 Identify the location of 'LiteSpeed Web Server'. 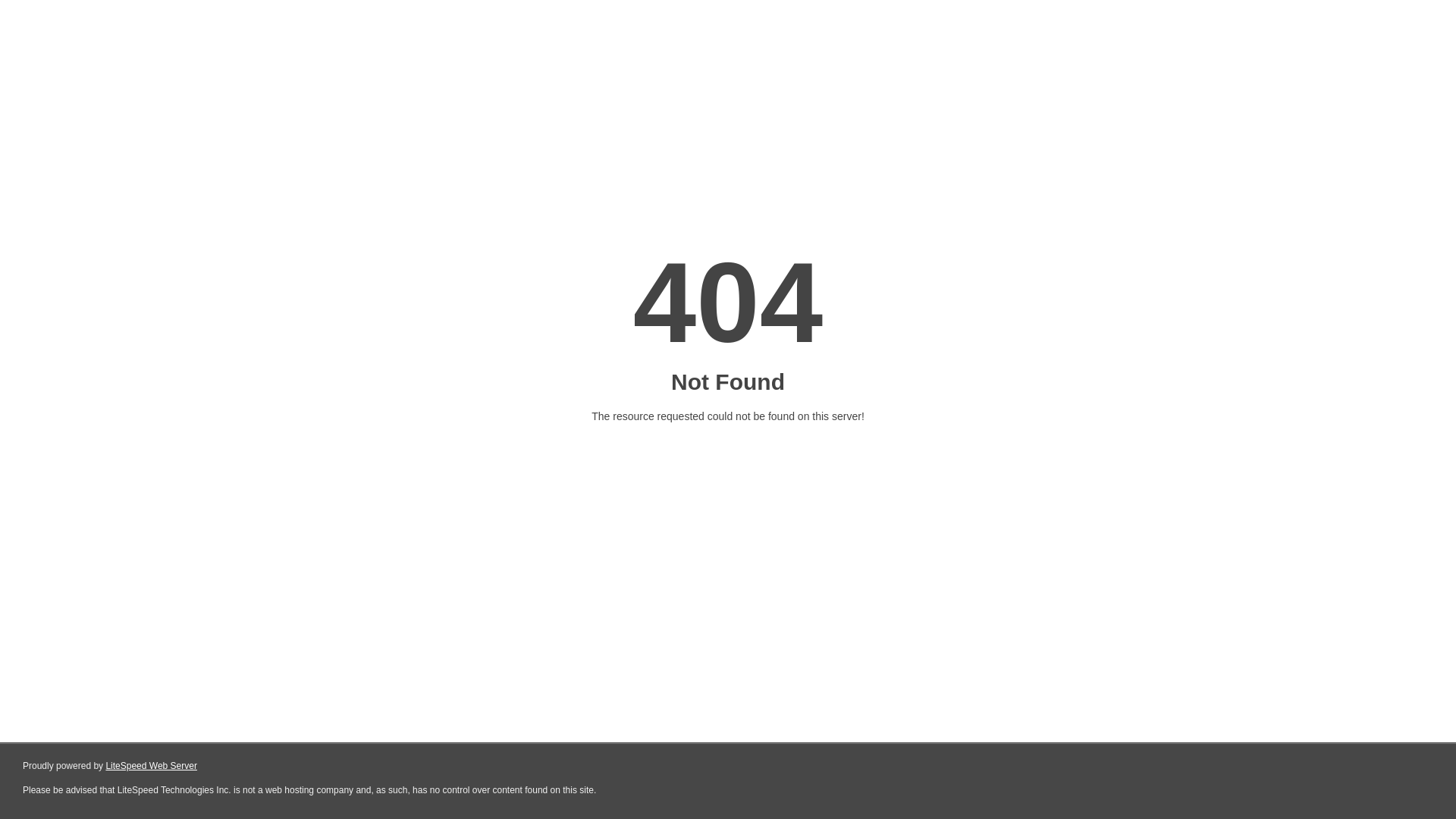
(151, 766).